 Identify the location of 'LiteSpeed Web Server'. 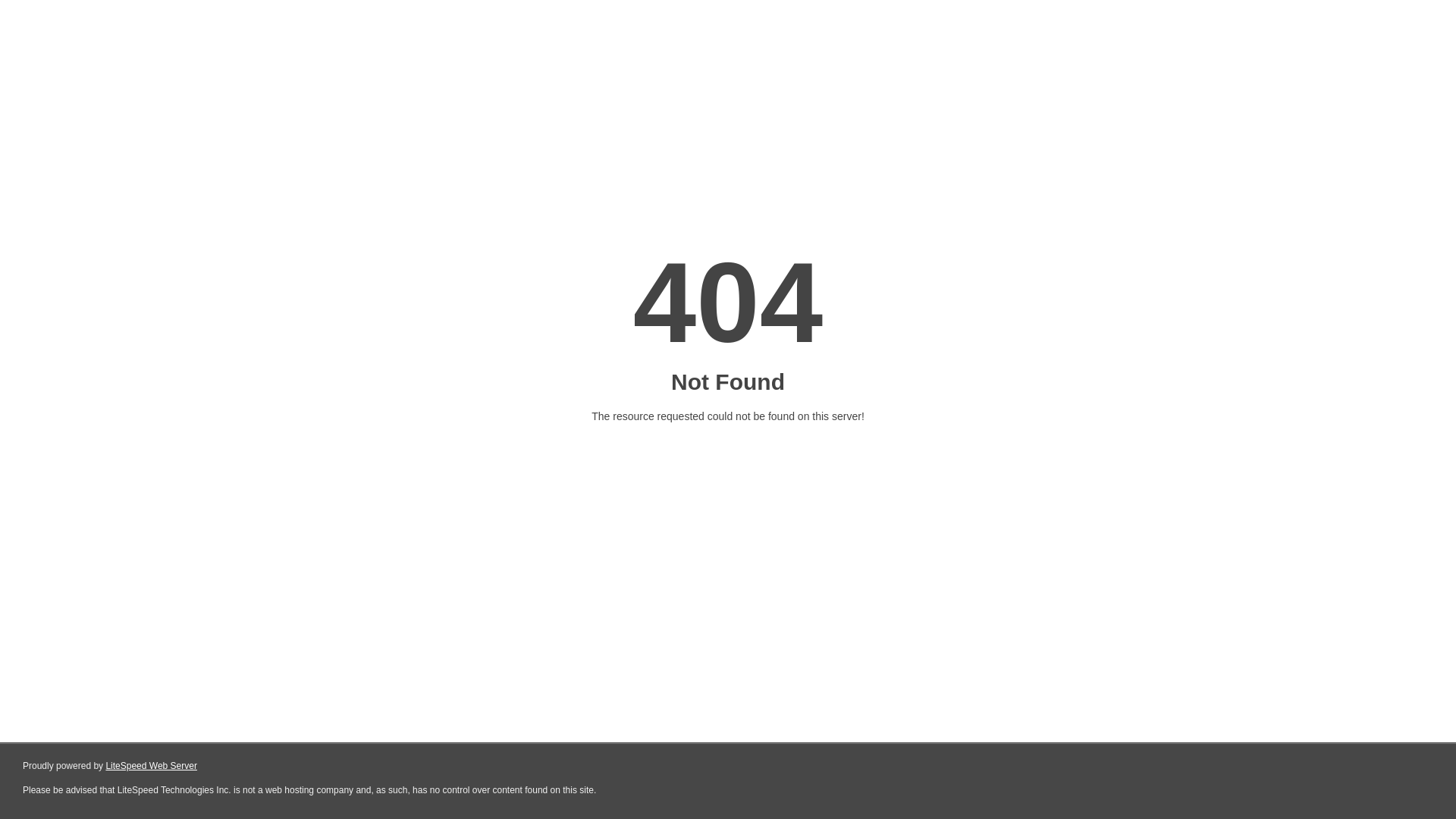
(151, 766).